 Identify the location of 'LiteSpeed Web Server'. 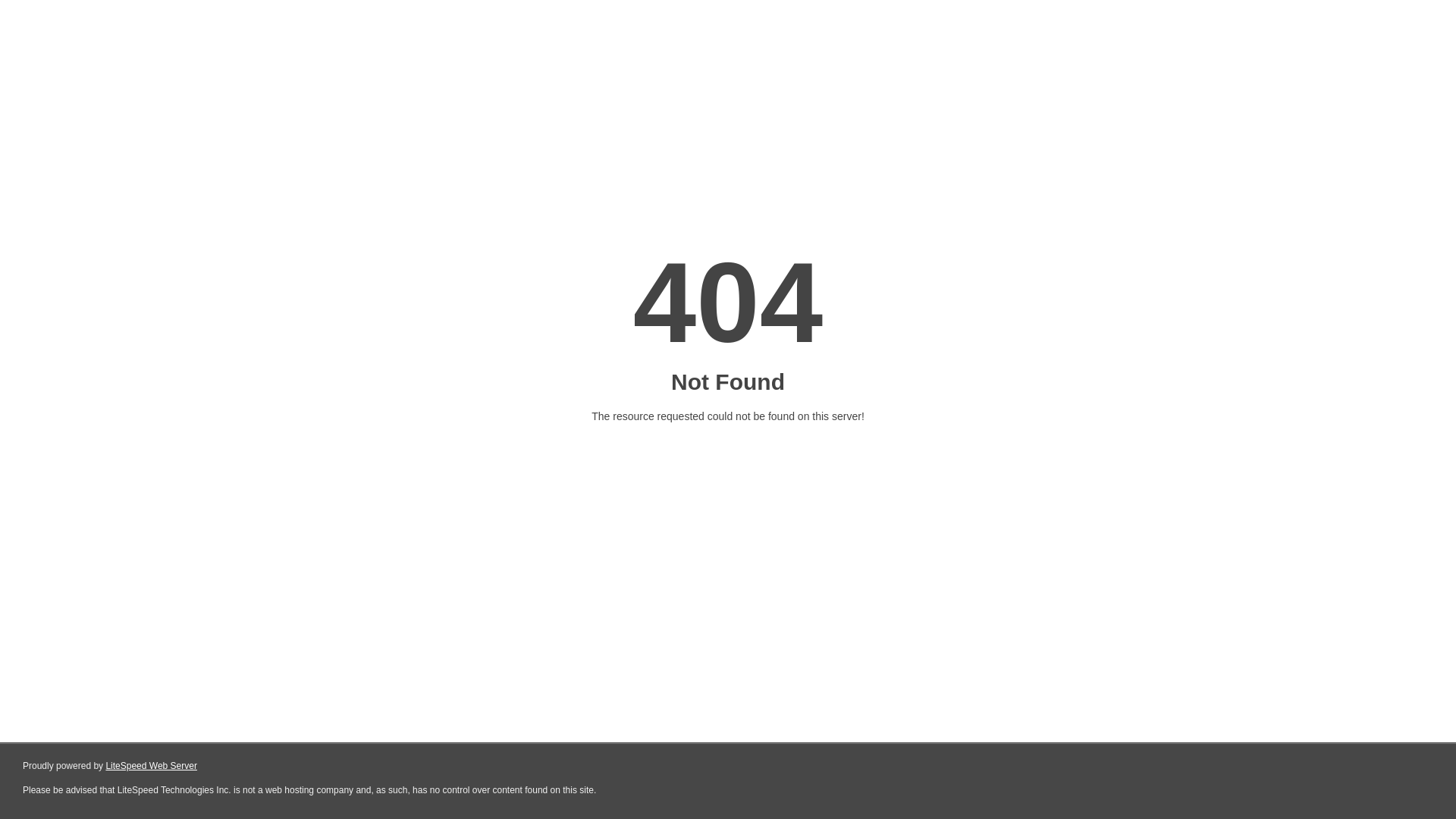
(151, 766).